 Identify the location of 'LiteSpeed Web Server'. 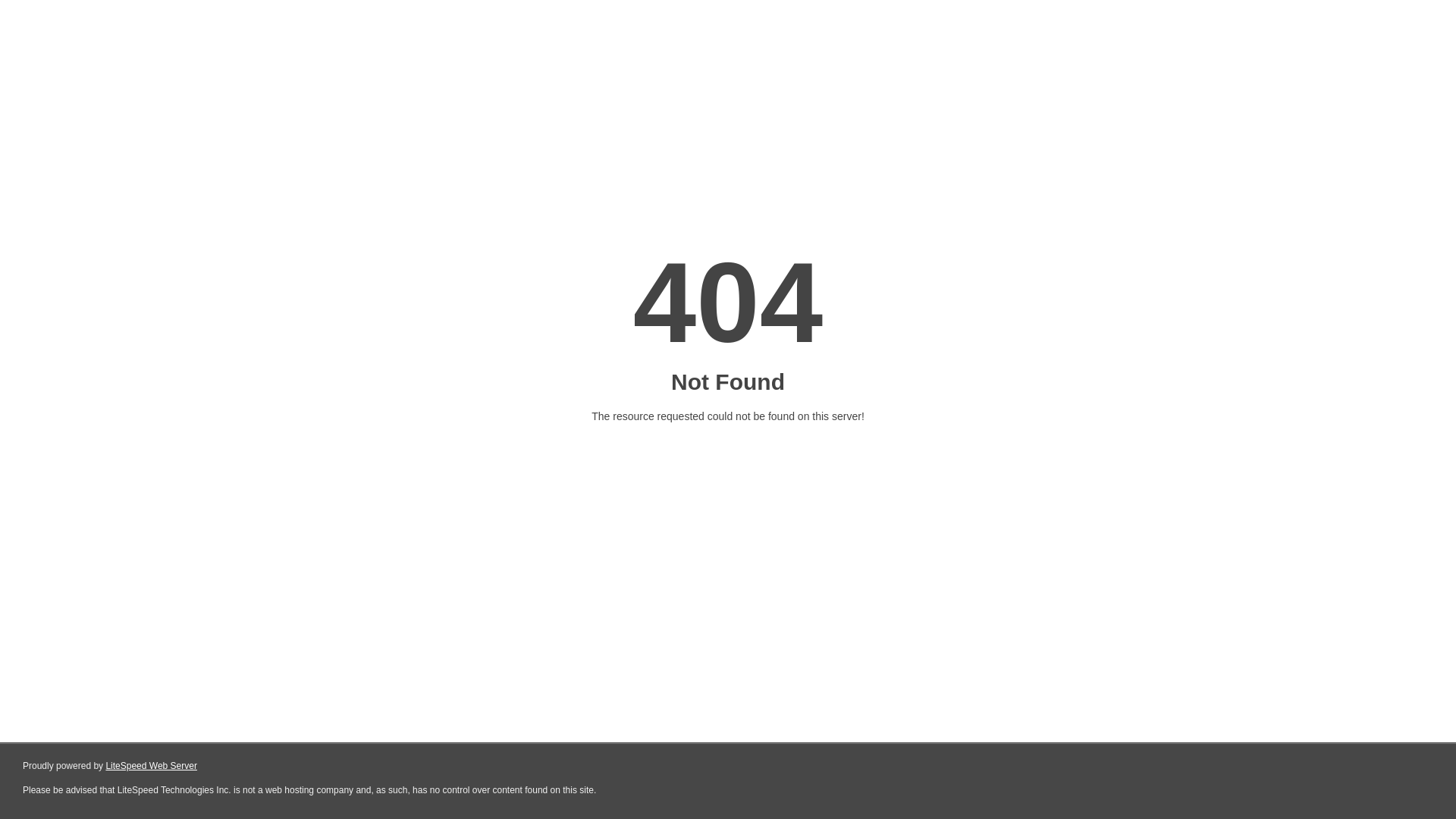
(151, 766).